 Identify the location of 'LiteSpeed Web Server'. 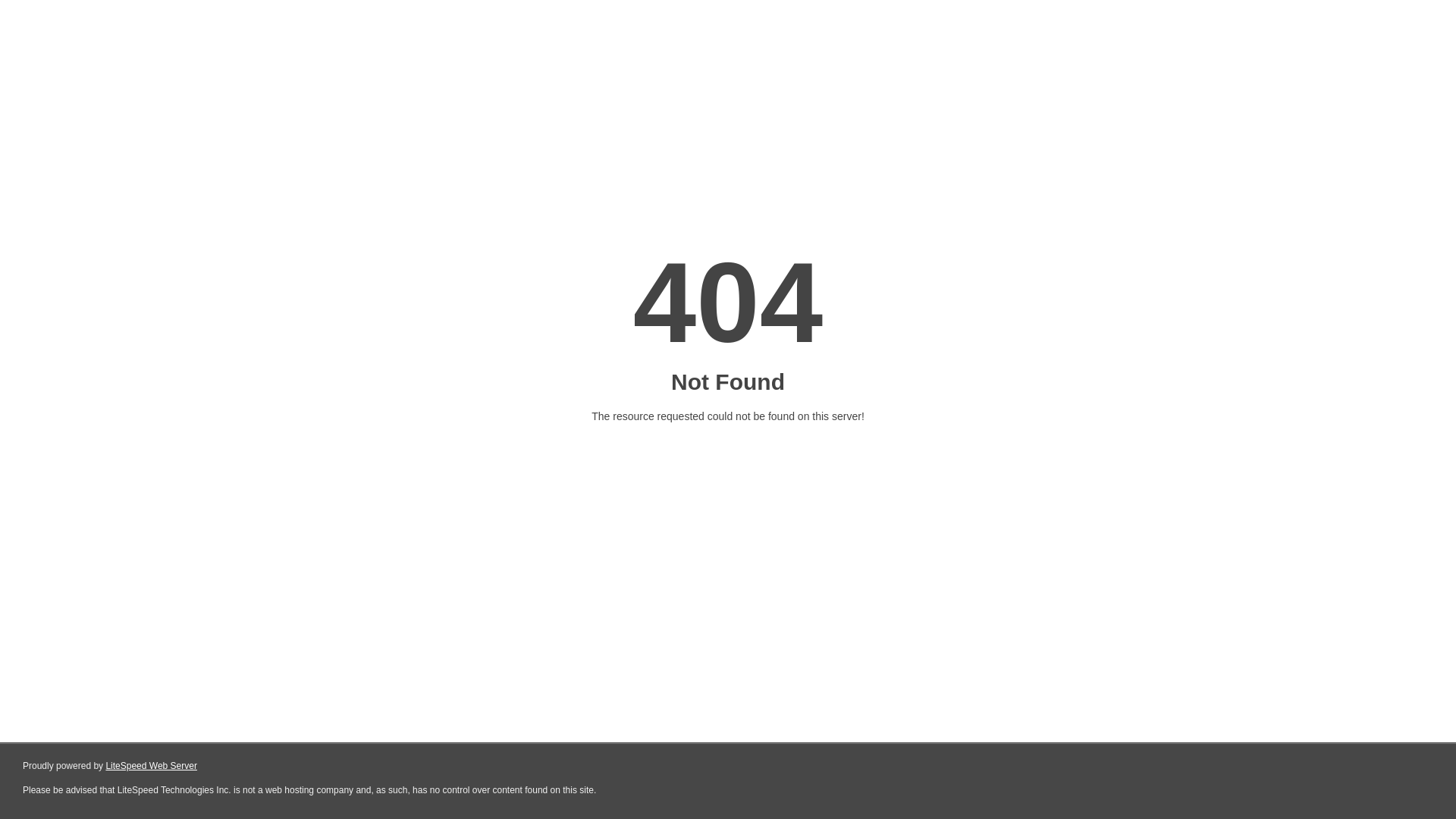
(151, 766).